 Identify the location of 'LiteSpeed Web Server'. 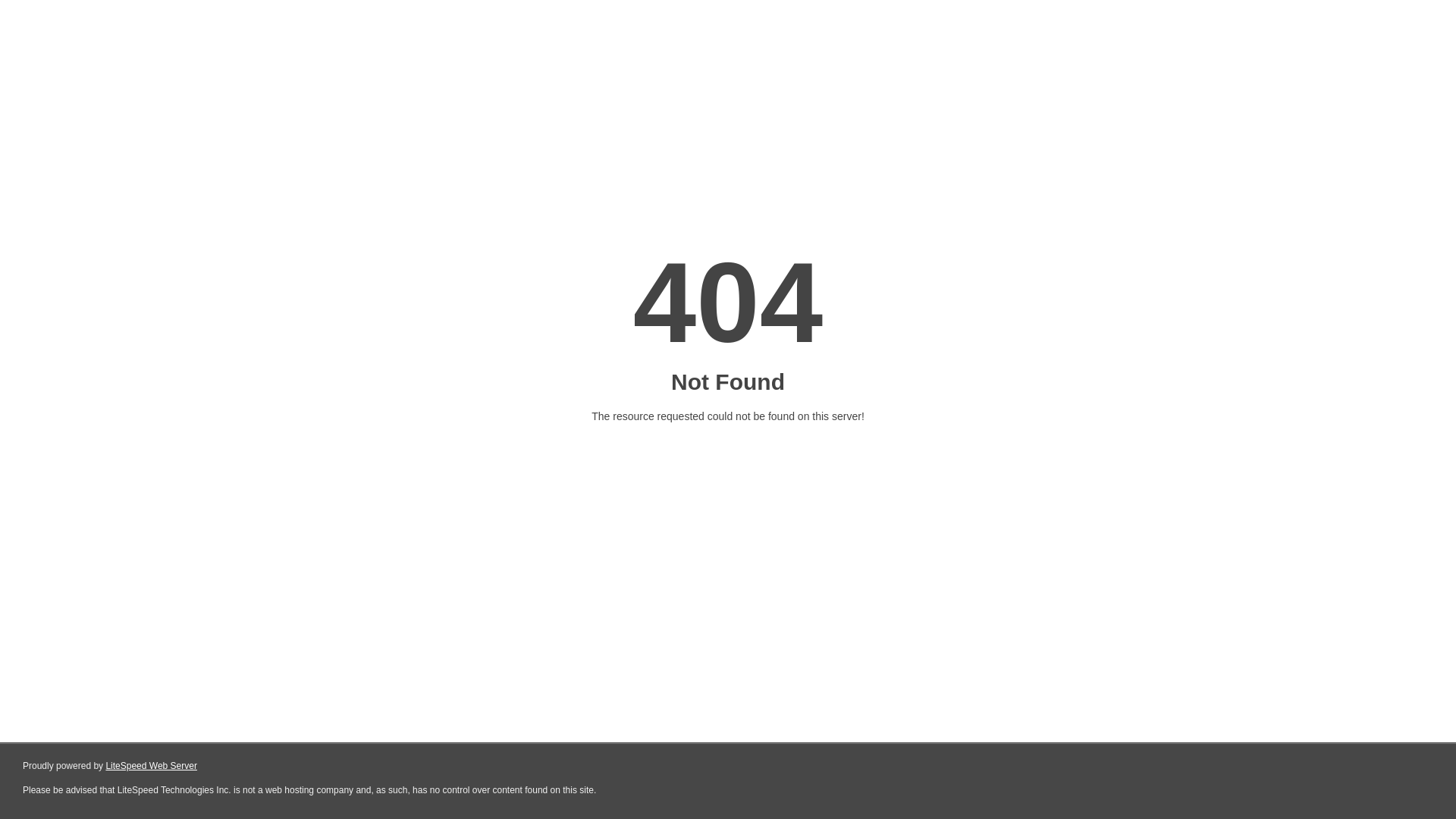
(151, 766).